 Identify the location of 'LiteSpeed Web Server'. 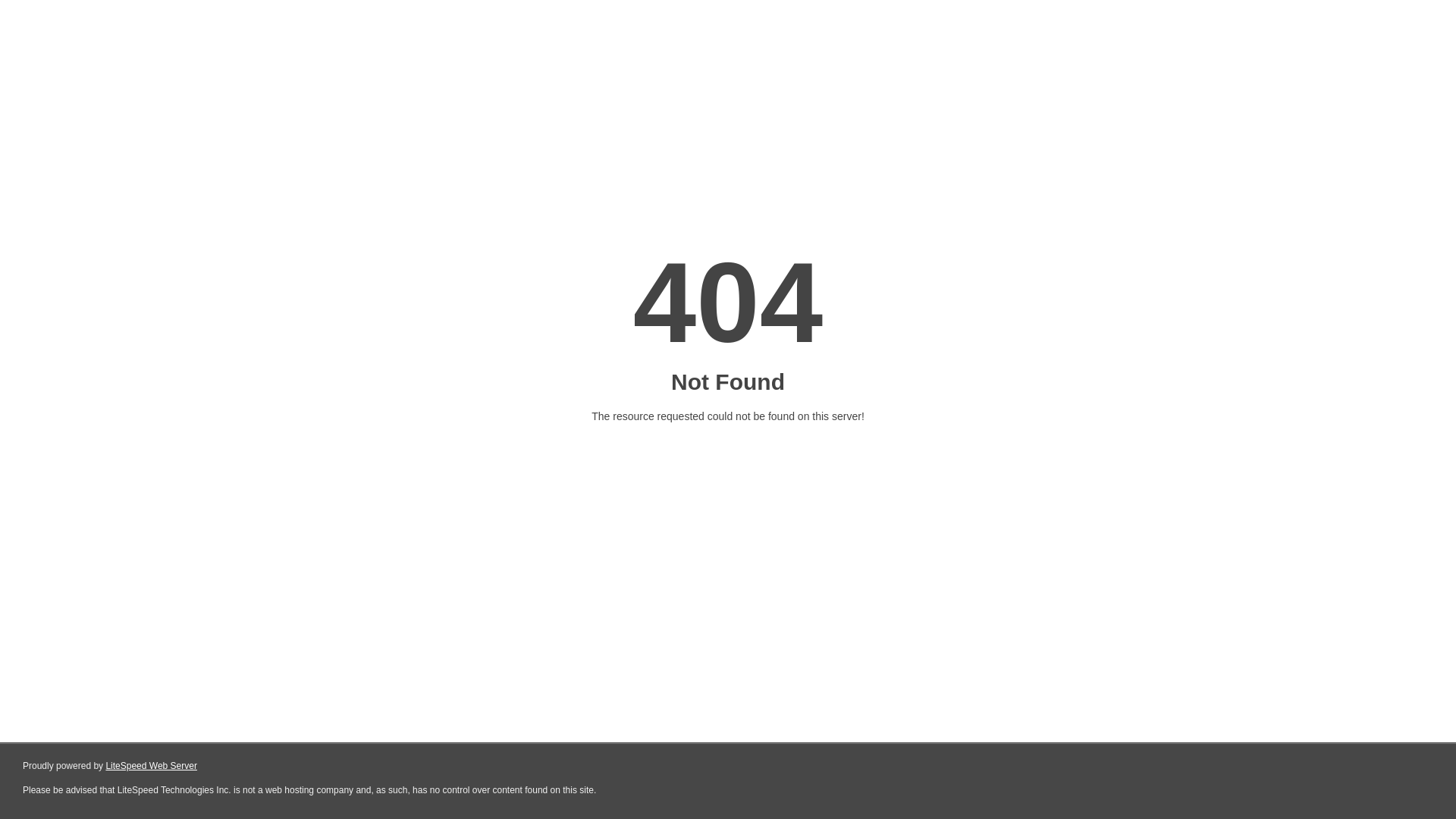
(151, 766).